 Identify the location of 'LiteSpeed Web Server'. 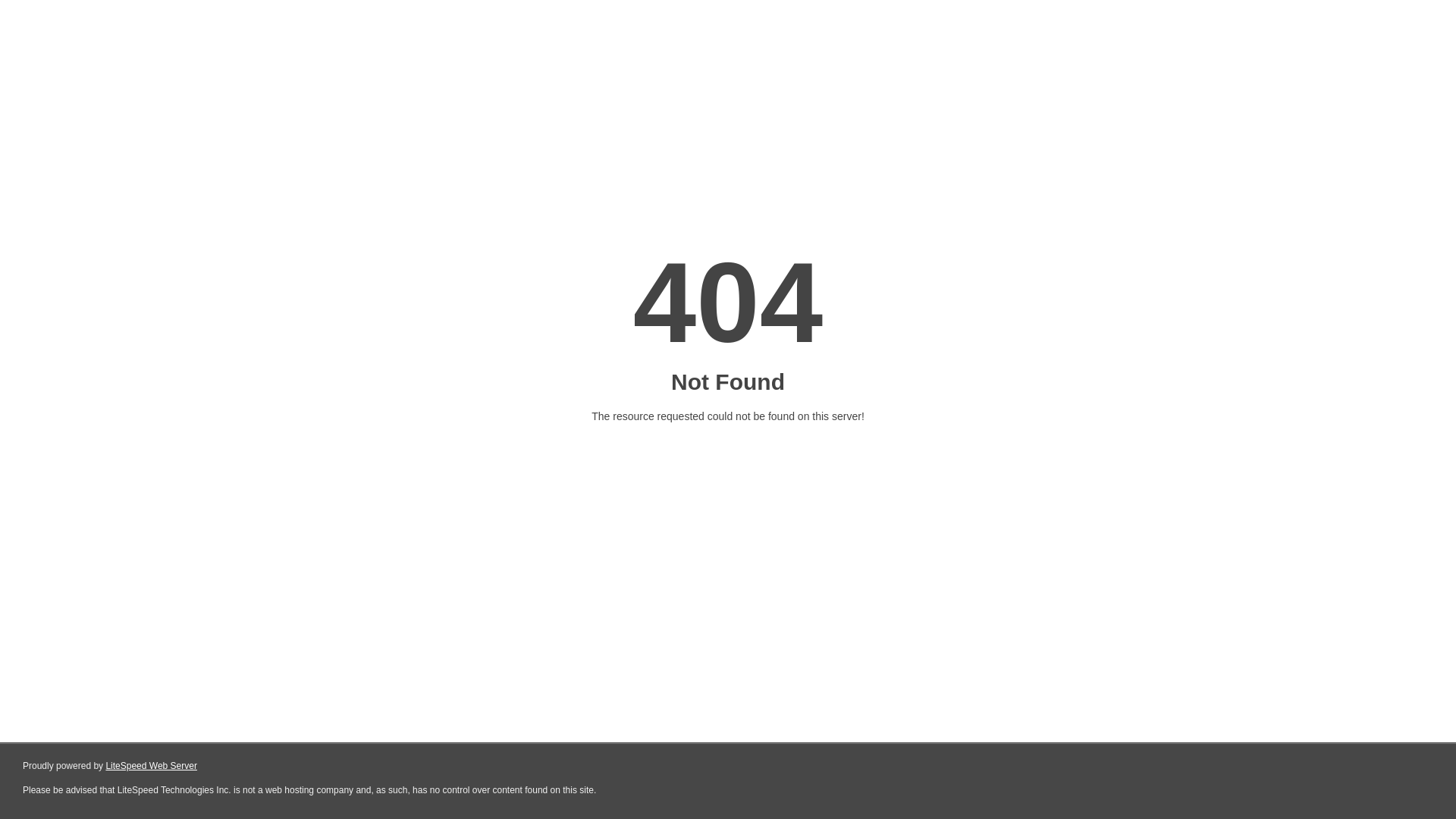
(151, 766).